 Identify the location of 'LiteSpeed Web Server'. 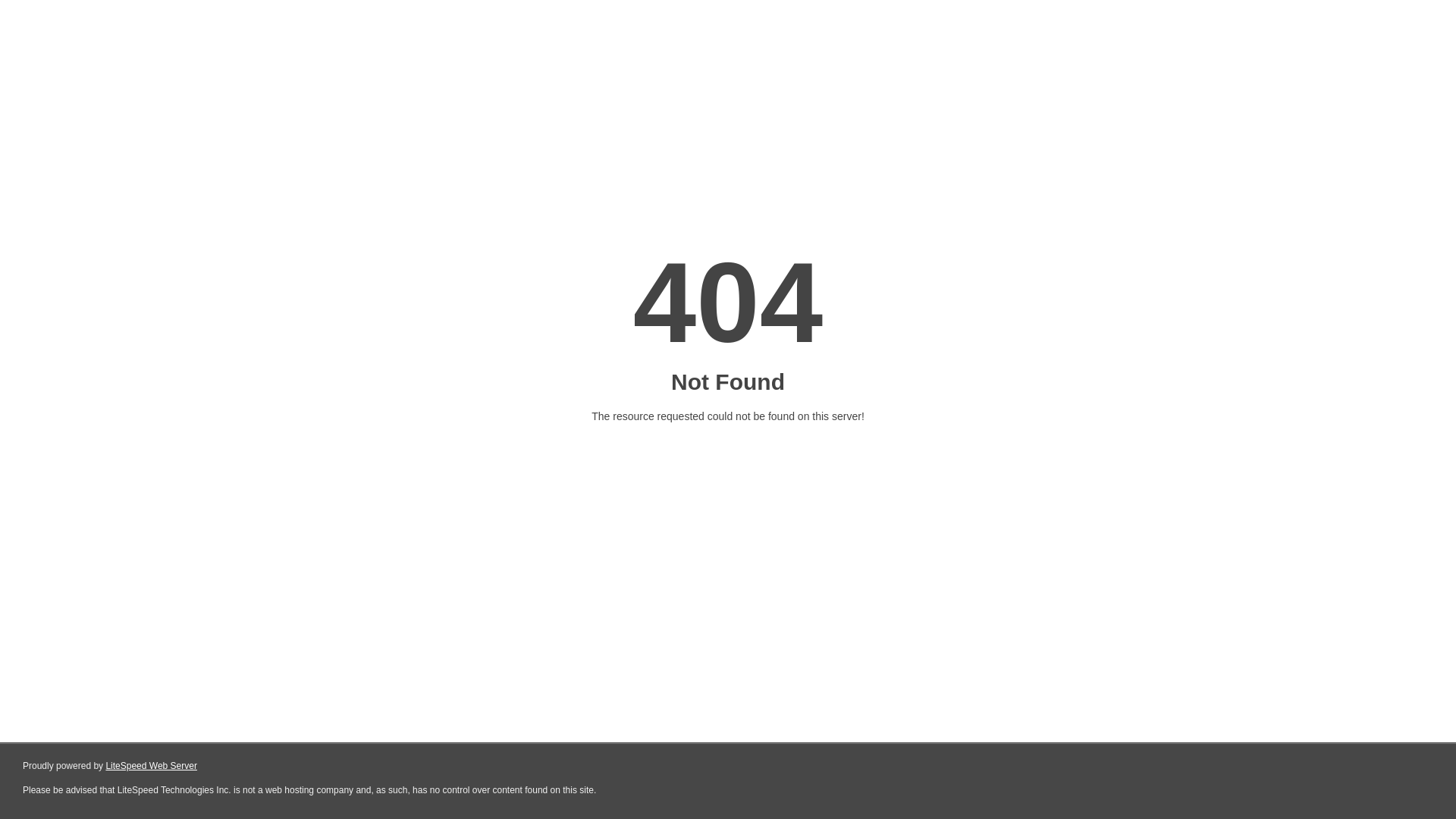
(151, 766).